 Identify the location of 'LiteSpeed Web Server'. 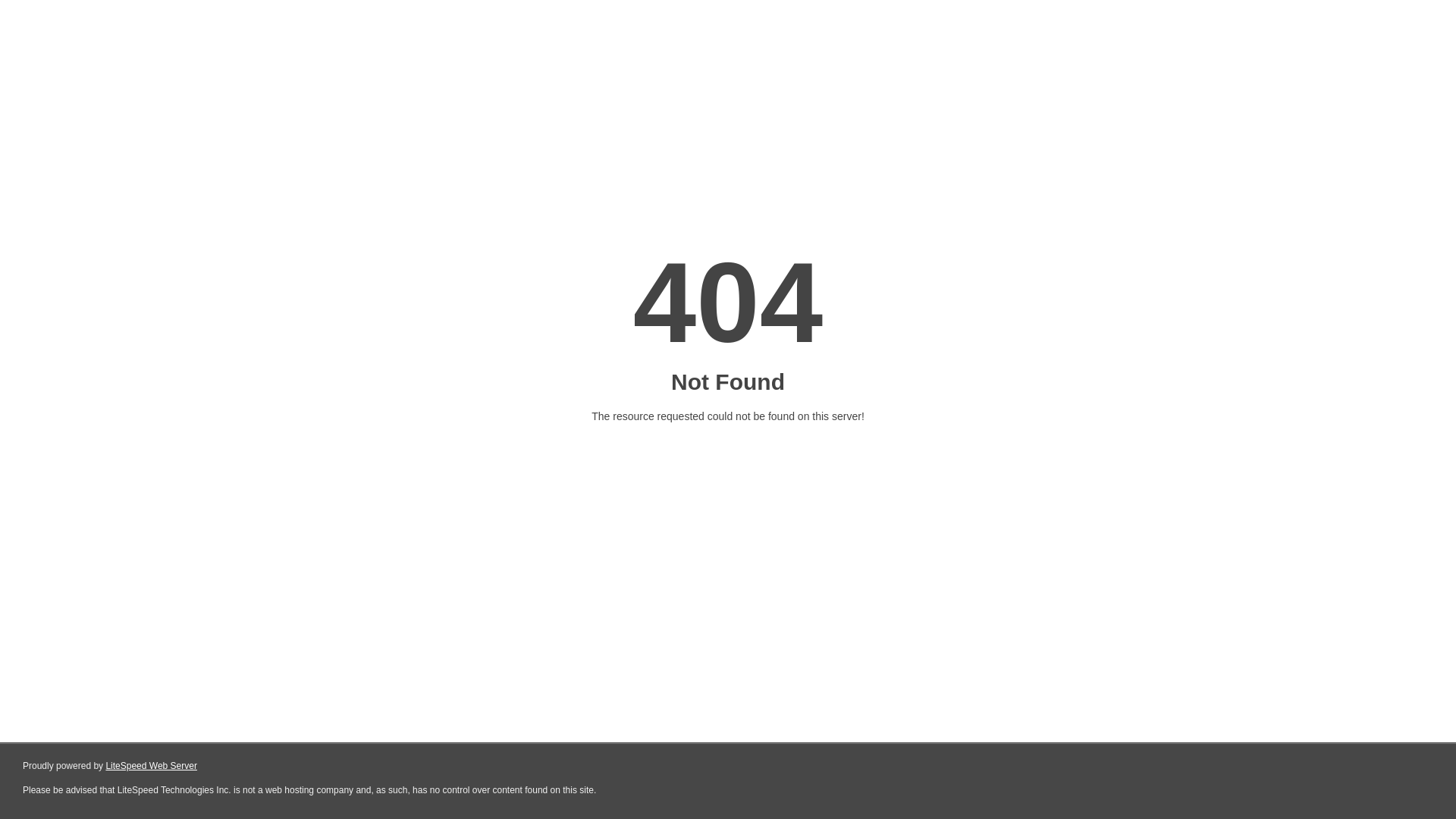
(151, 766).